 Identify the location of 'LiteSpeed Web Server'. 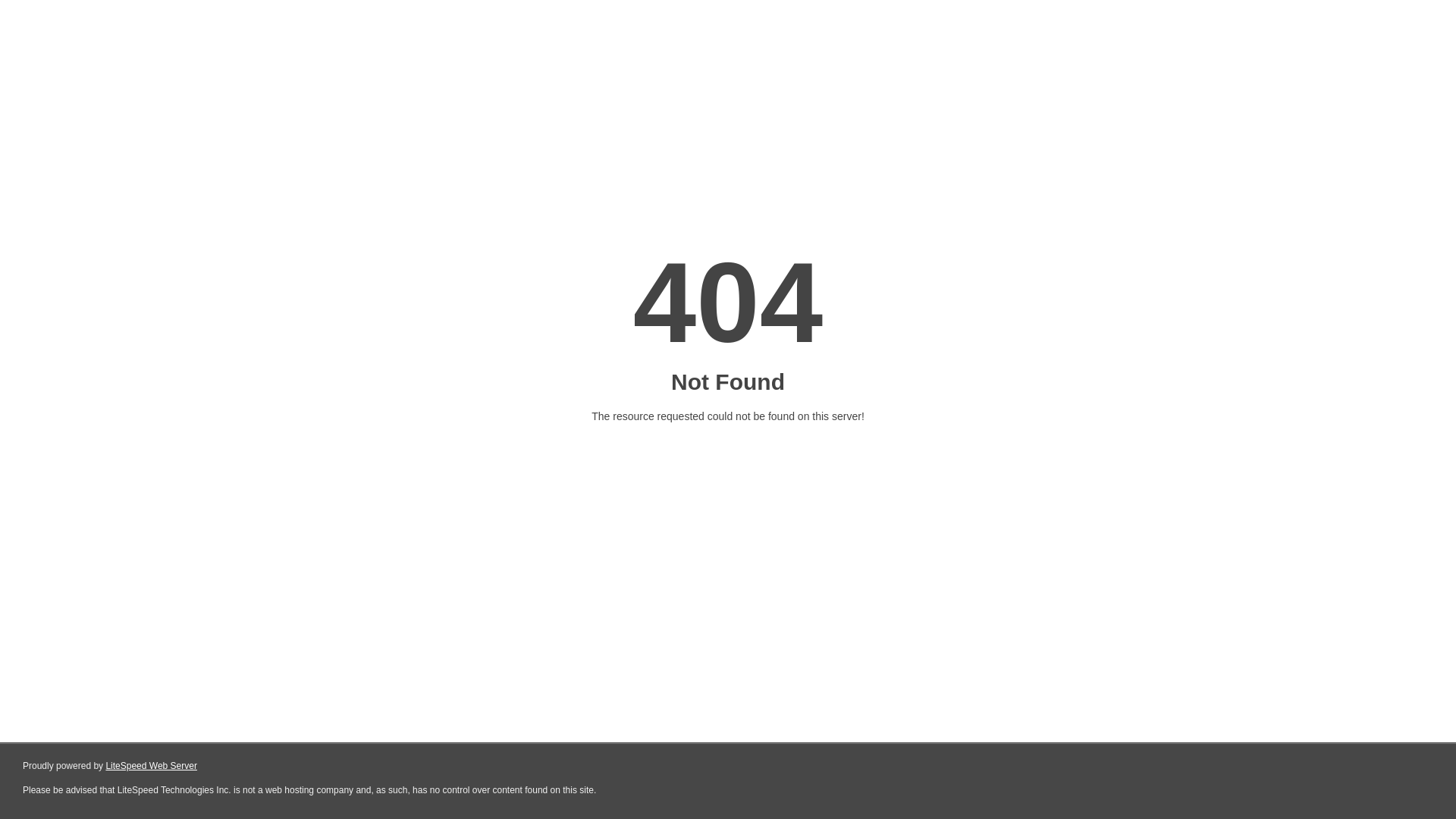
(151, 766).